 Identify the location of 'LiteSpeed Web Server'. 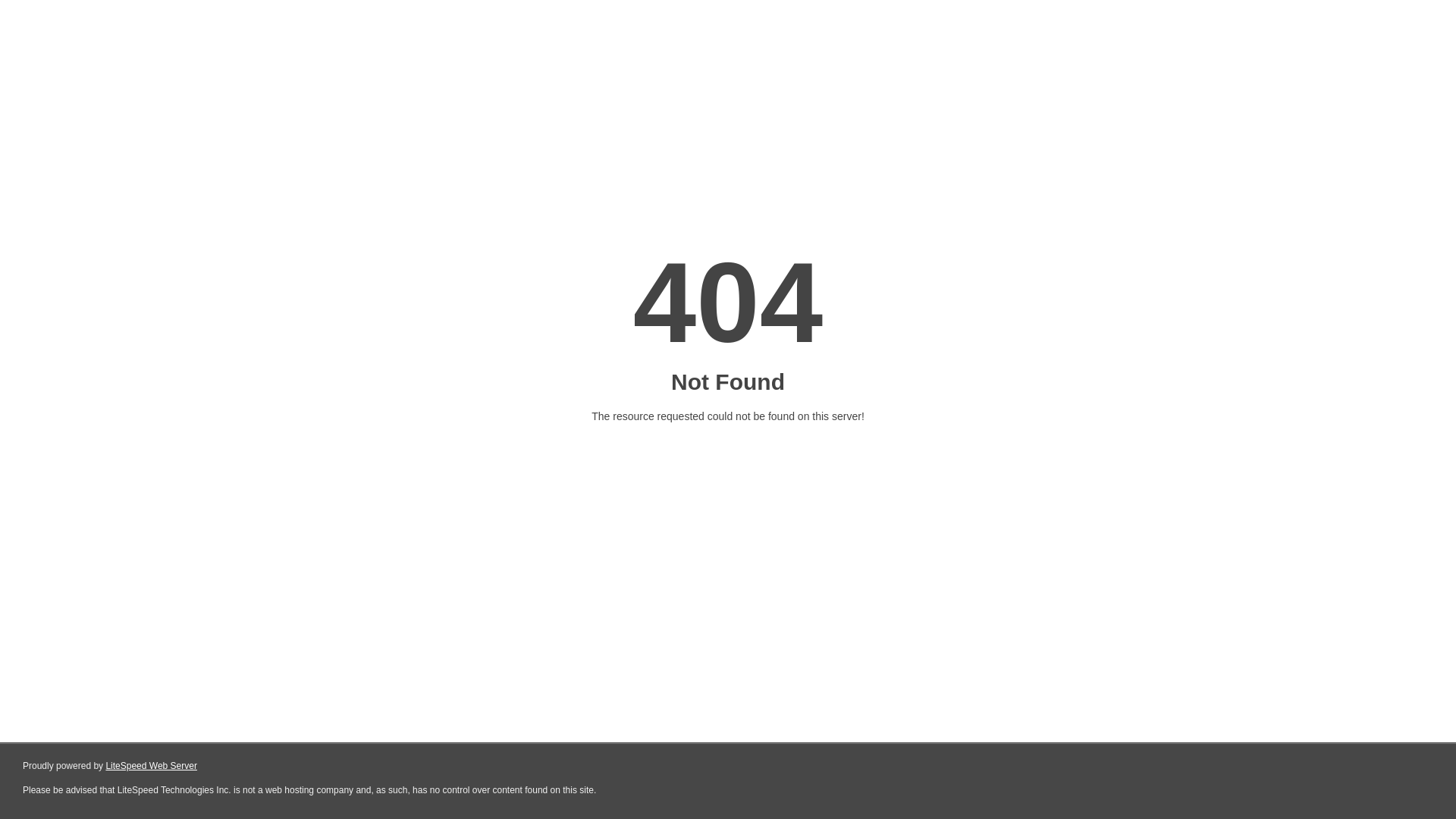
(151, 766).